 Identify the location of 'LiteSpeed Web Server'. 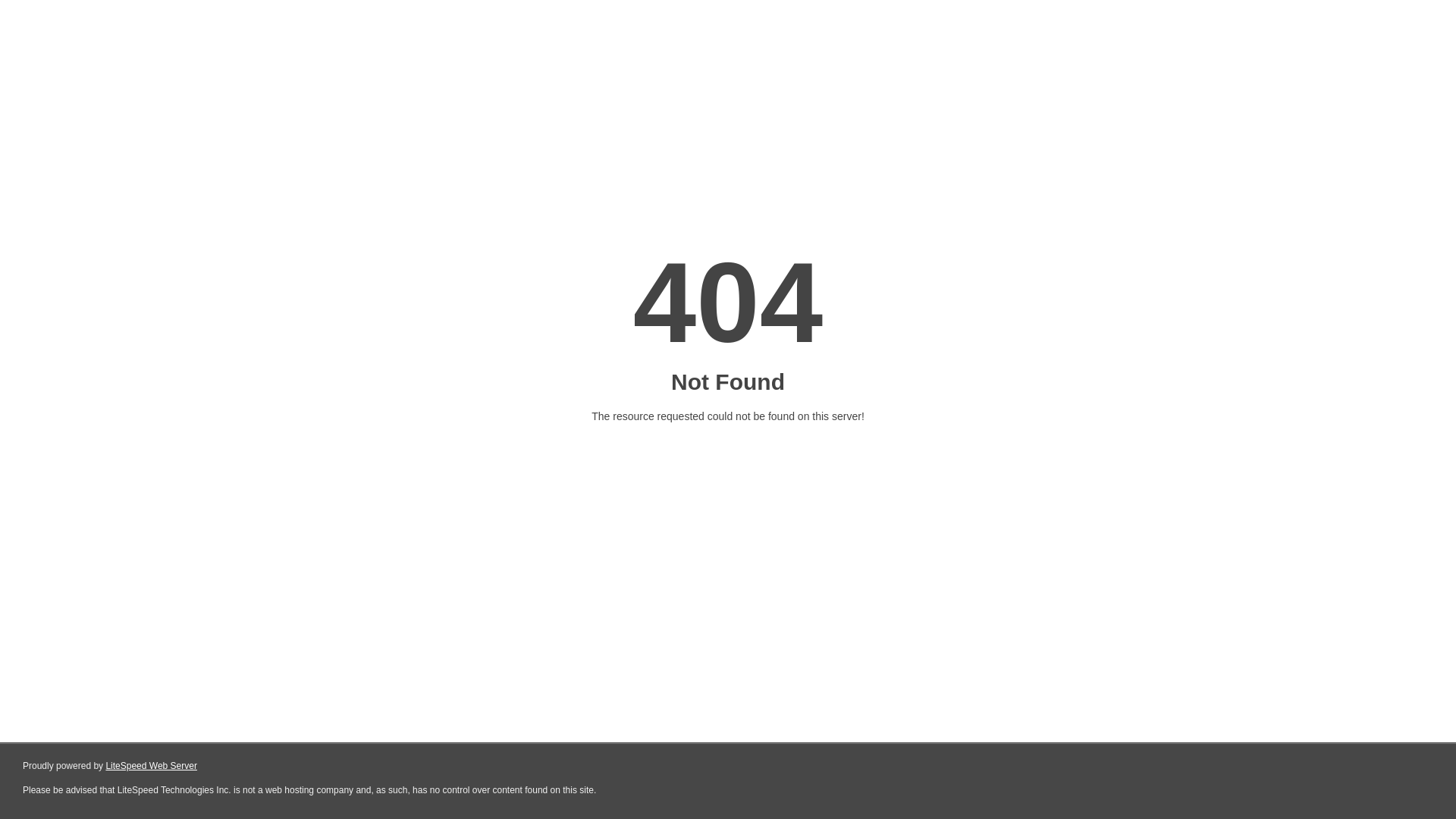
(151, 766).